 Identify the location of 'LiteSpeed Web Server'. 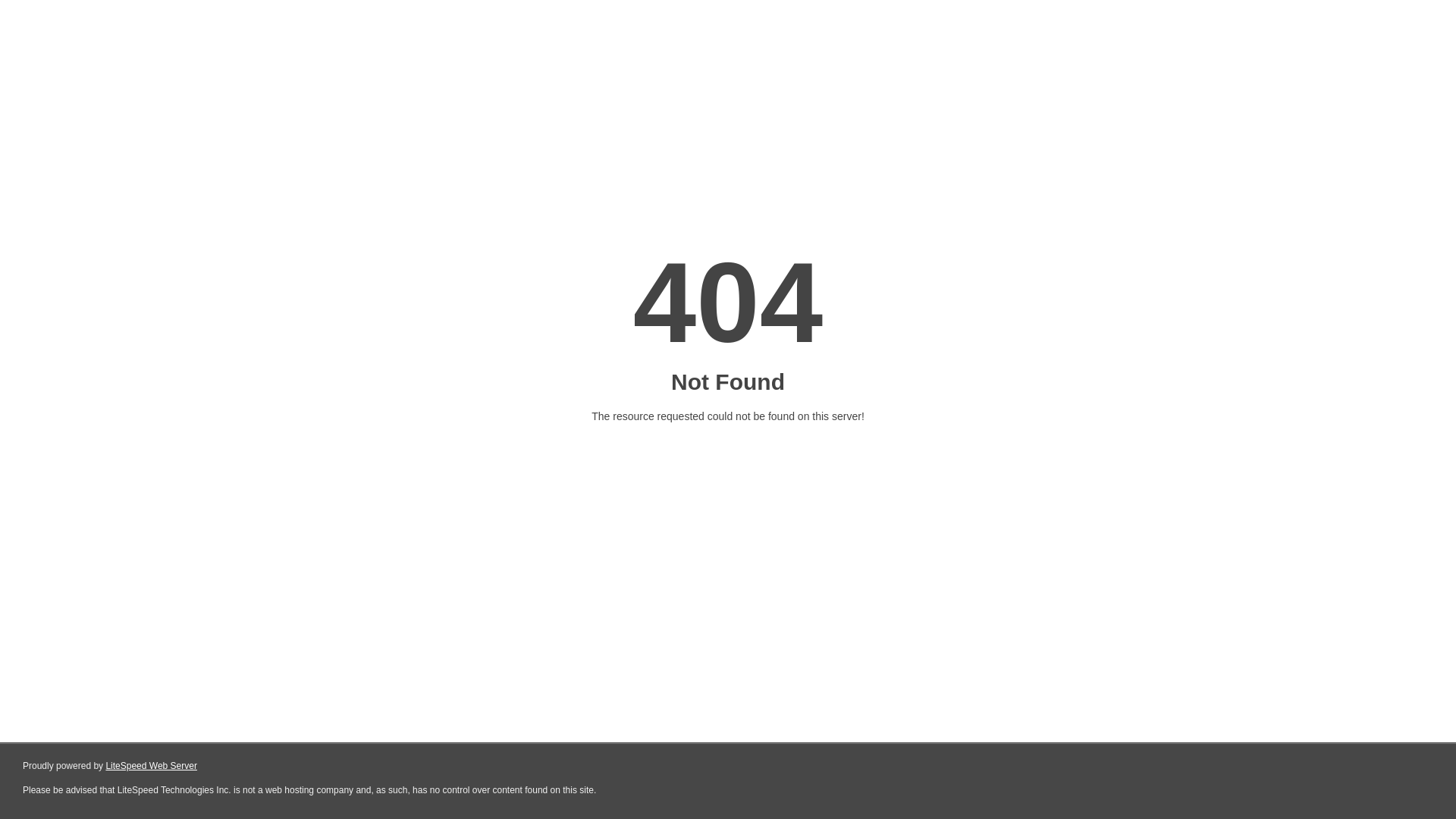
(151, 766).